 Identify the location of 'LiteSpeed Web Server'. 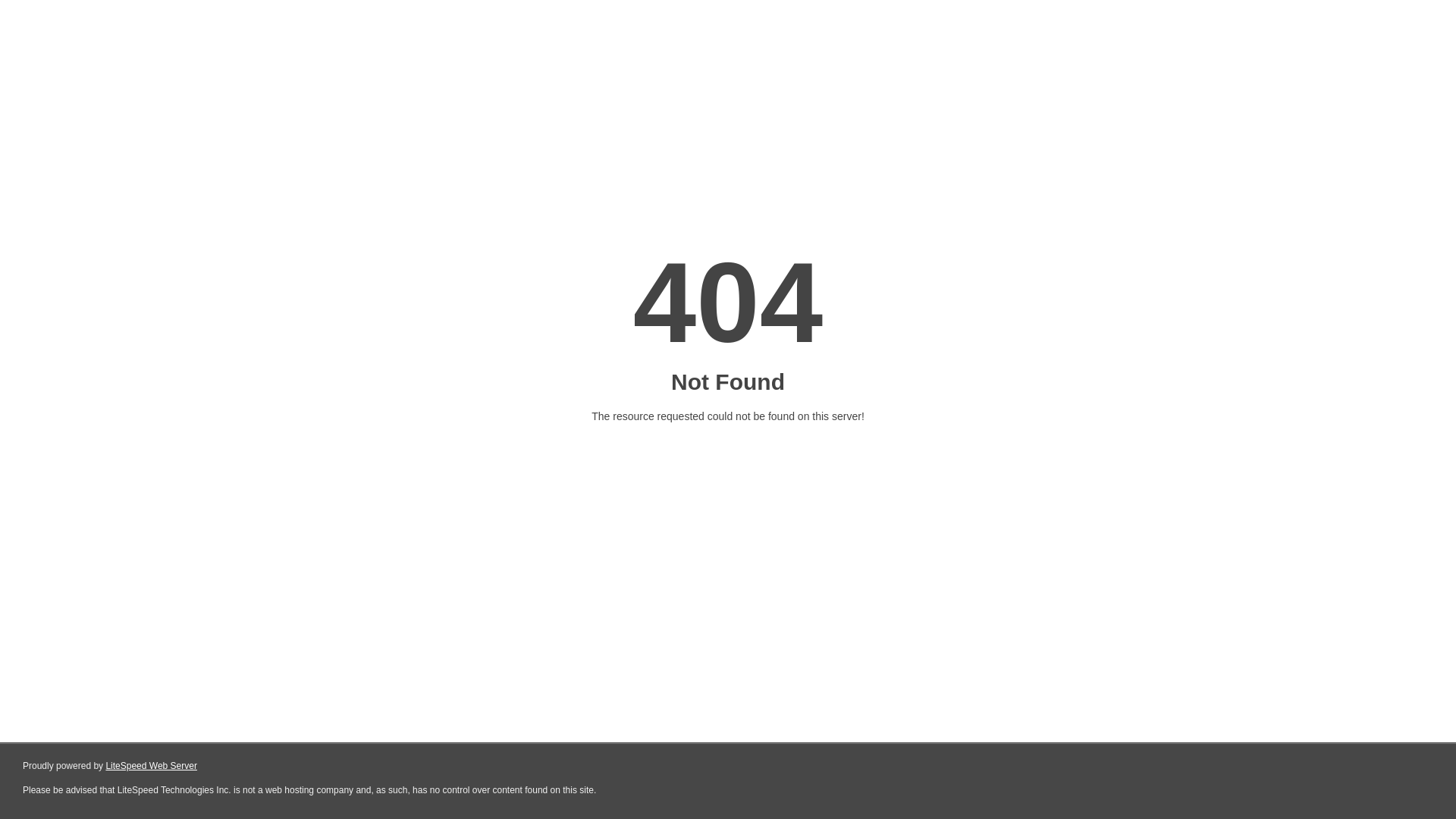
(151, 766).